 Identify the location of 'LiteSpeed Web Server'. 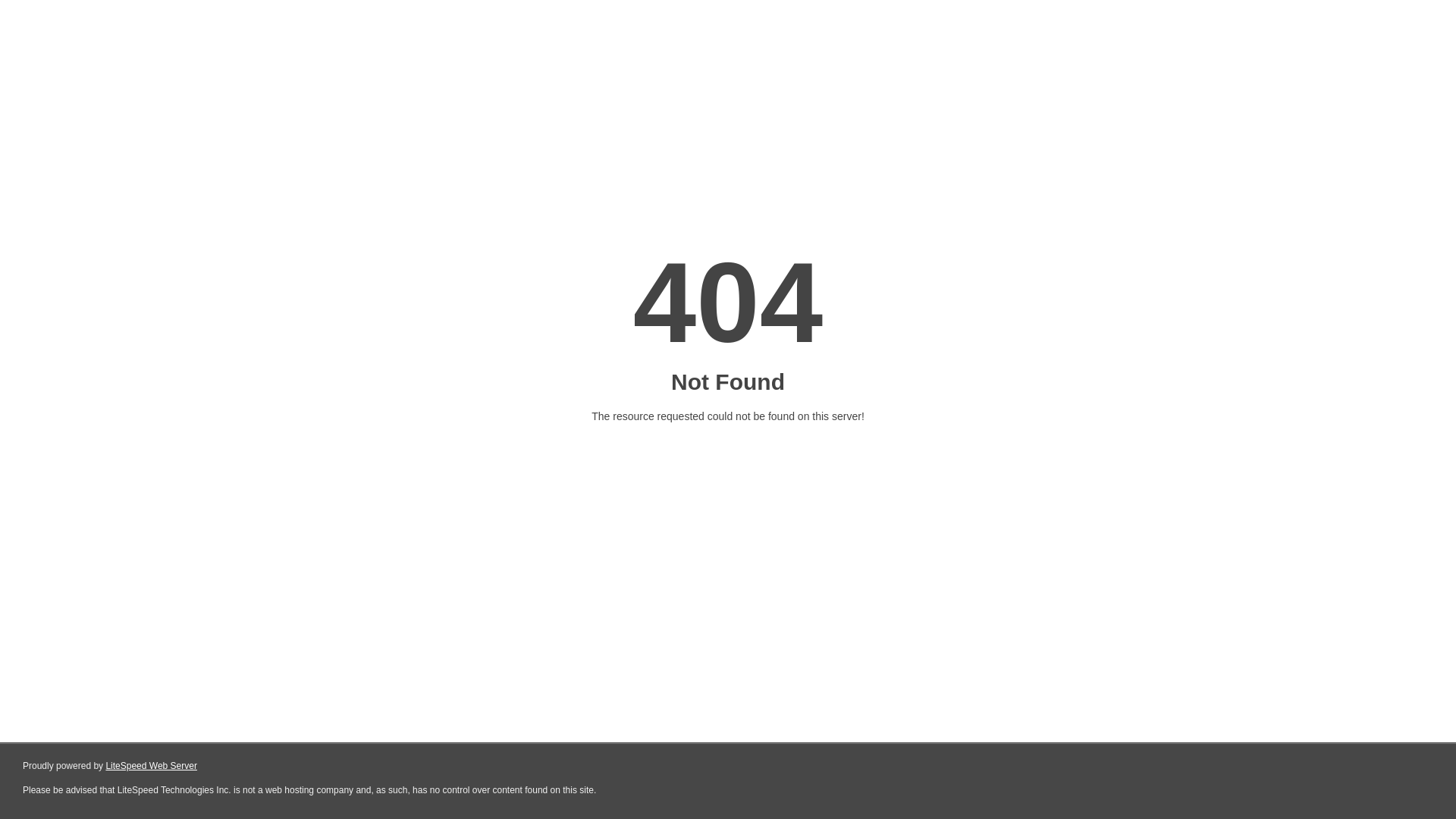
(151, 766).